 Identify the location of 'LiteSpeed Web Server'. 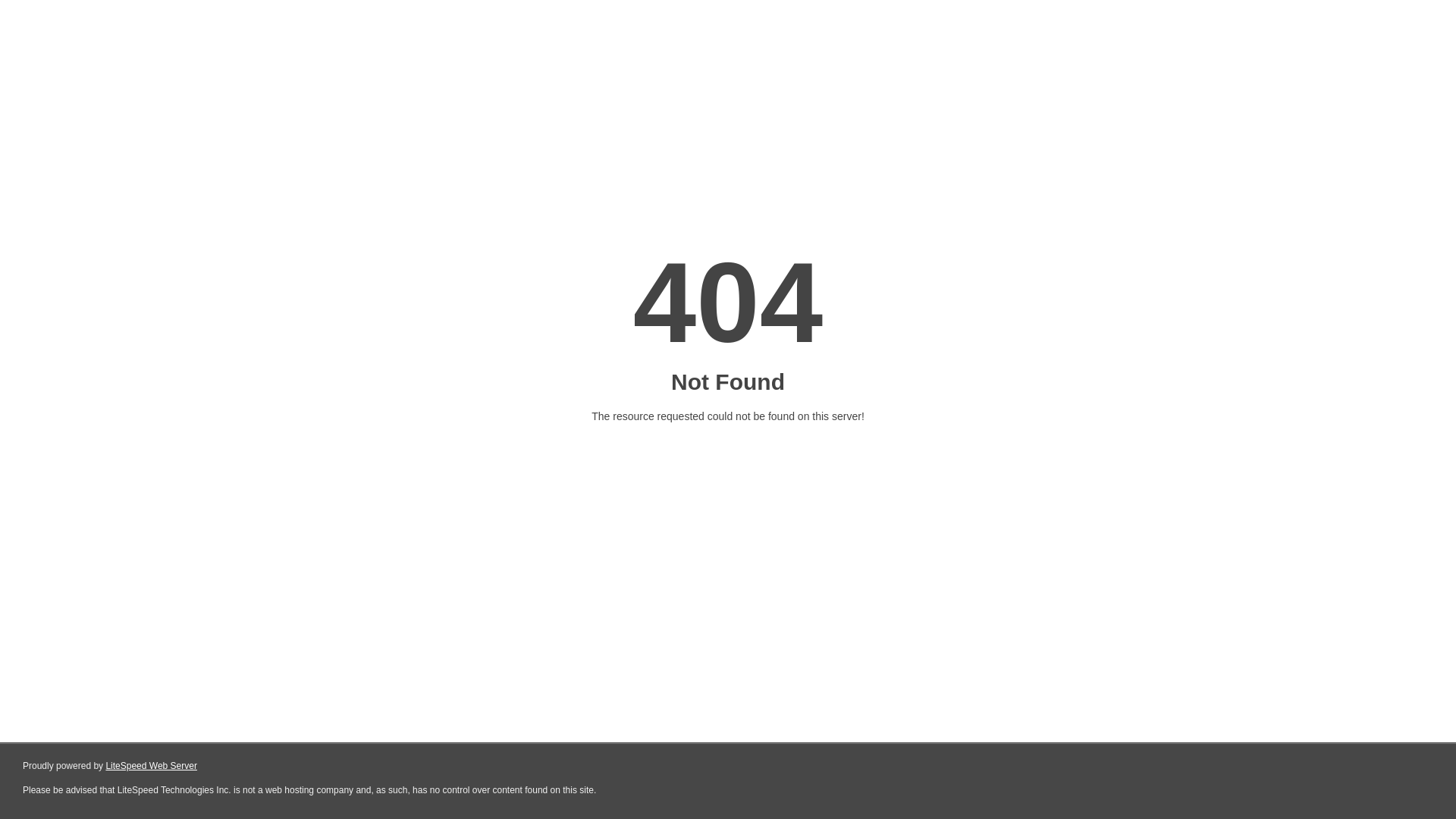
(151, 766).